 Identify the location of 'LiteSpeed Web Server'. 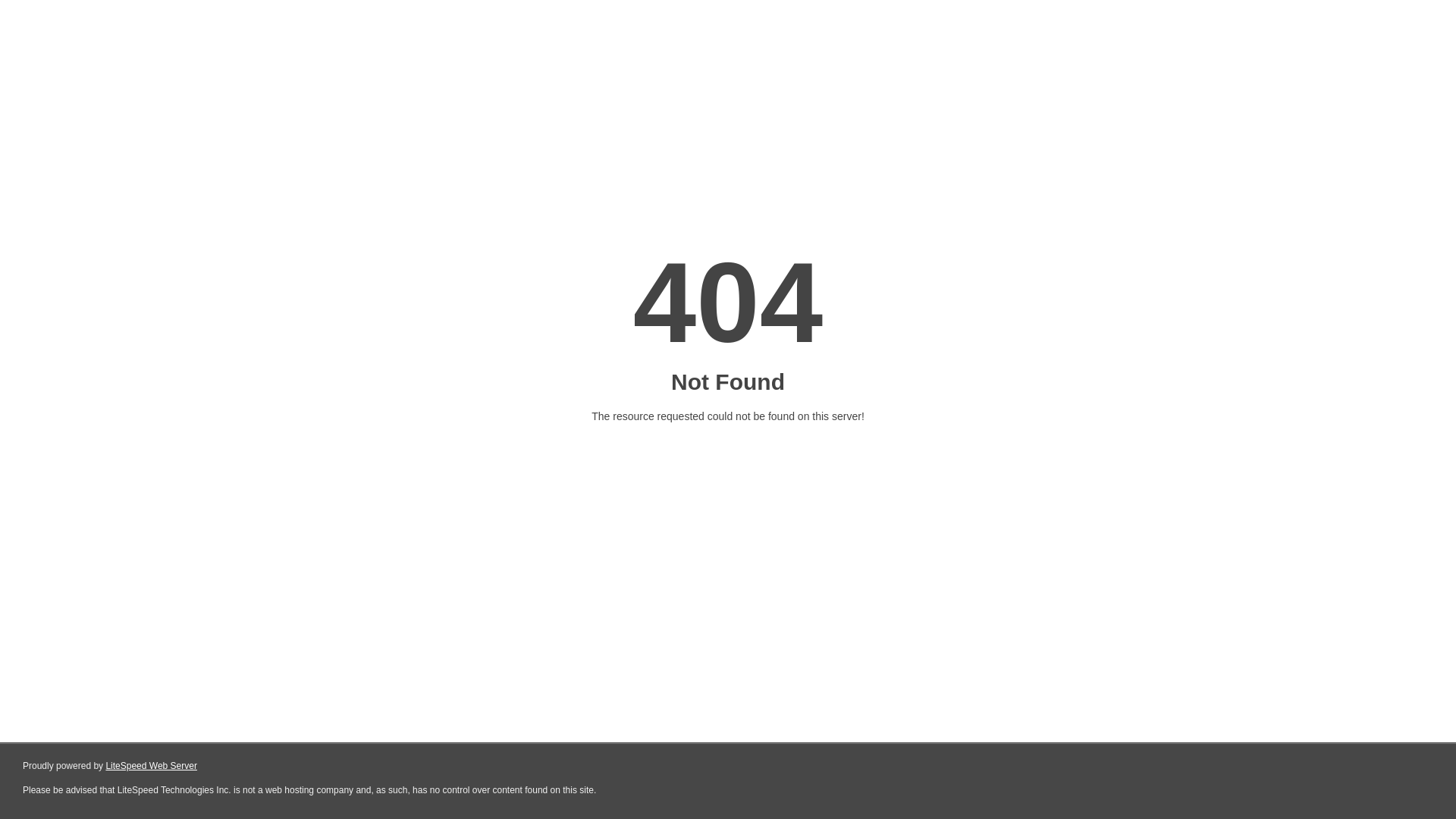
(151, 766).